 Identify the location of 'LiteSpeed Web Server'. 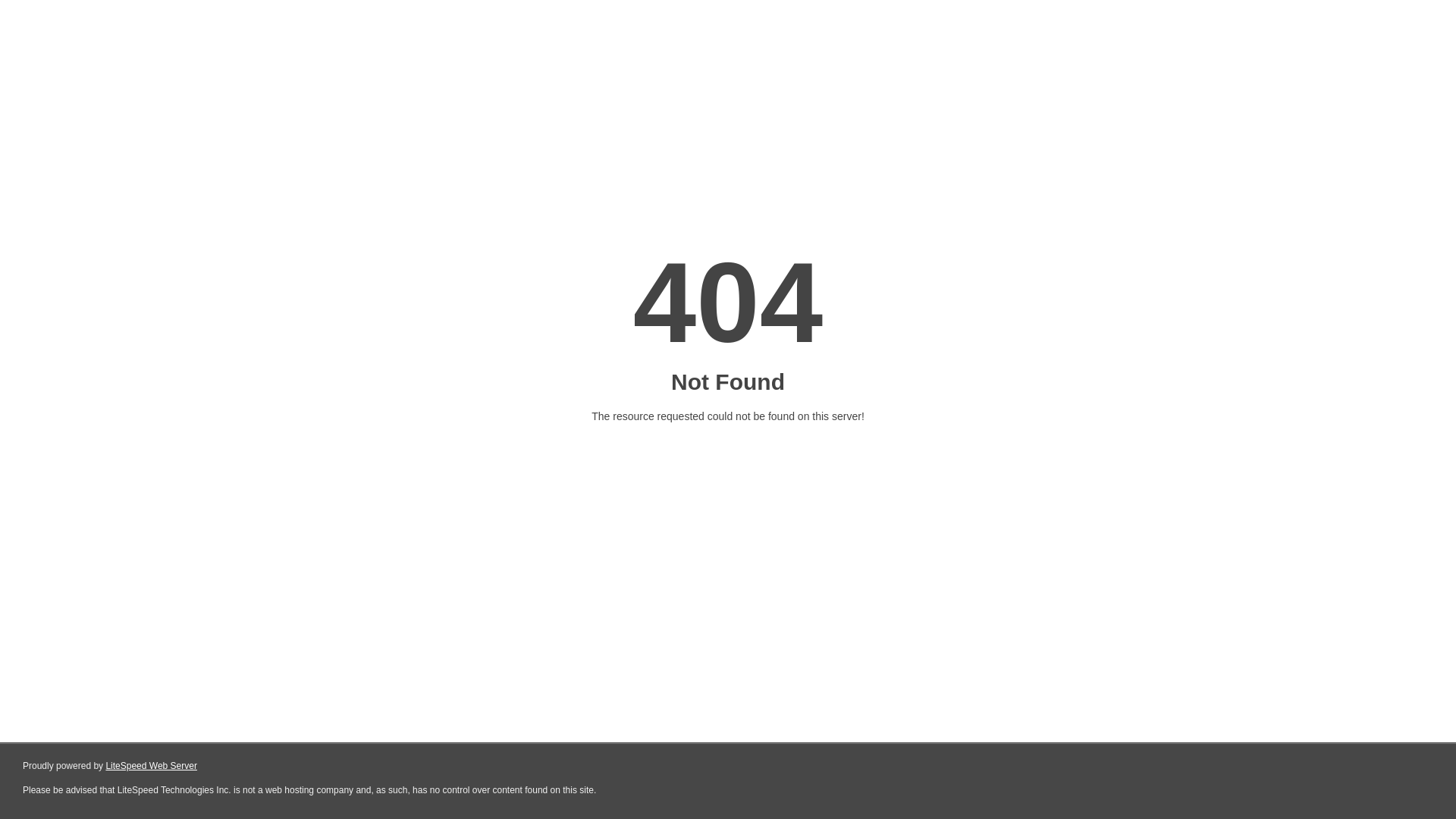
(151, 766).